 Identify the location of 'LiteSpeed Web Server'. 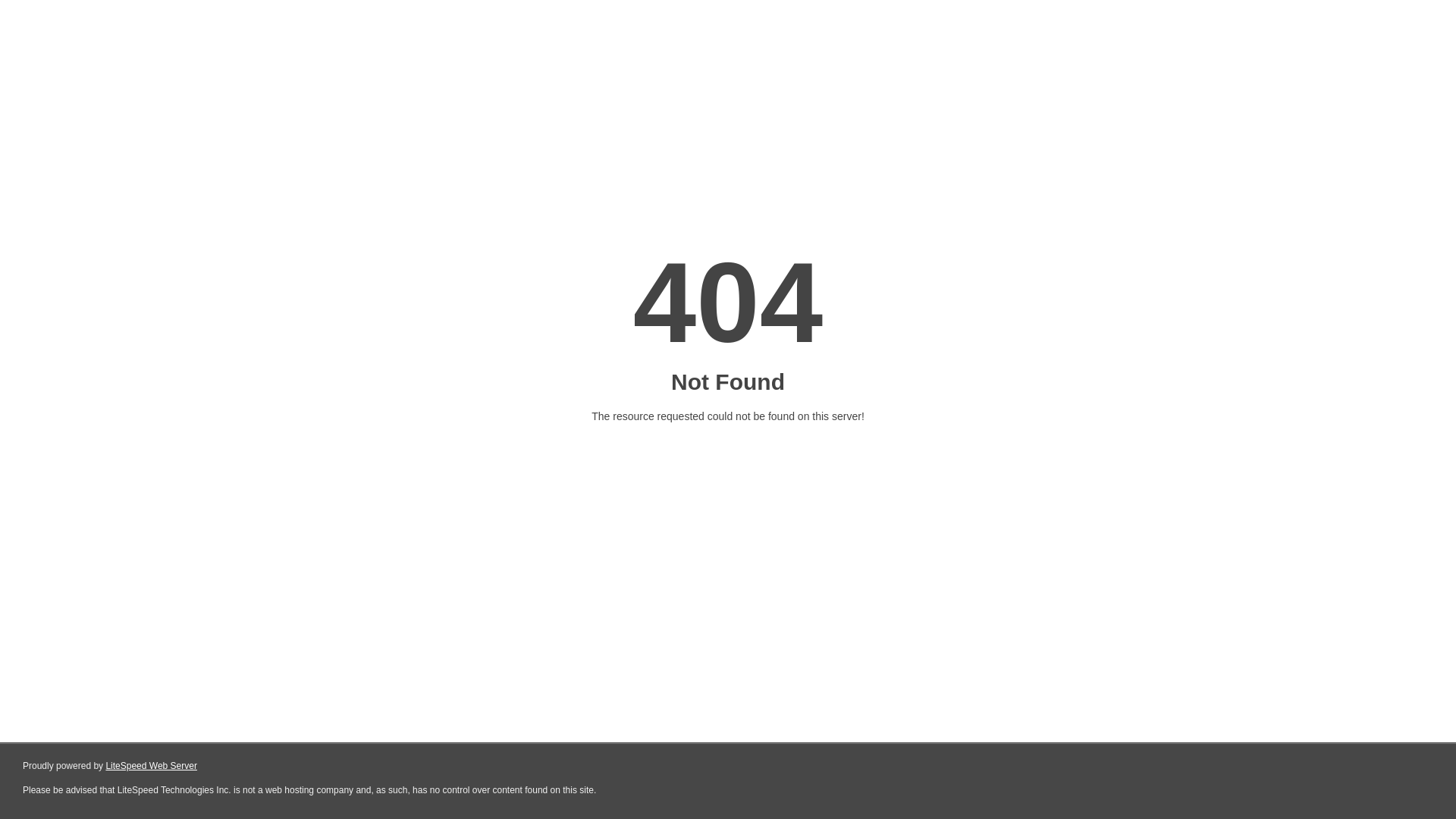
(151, 766).